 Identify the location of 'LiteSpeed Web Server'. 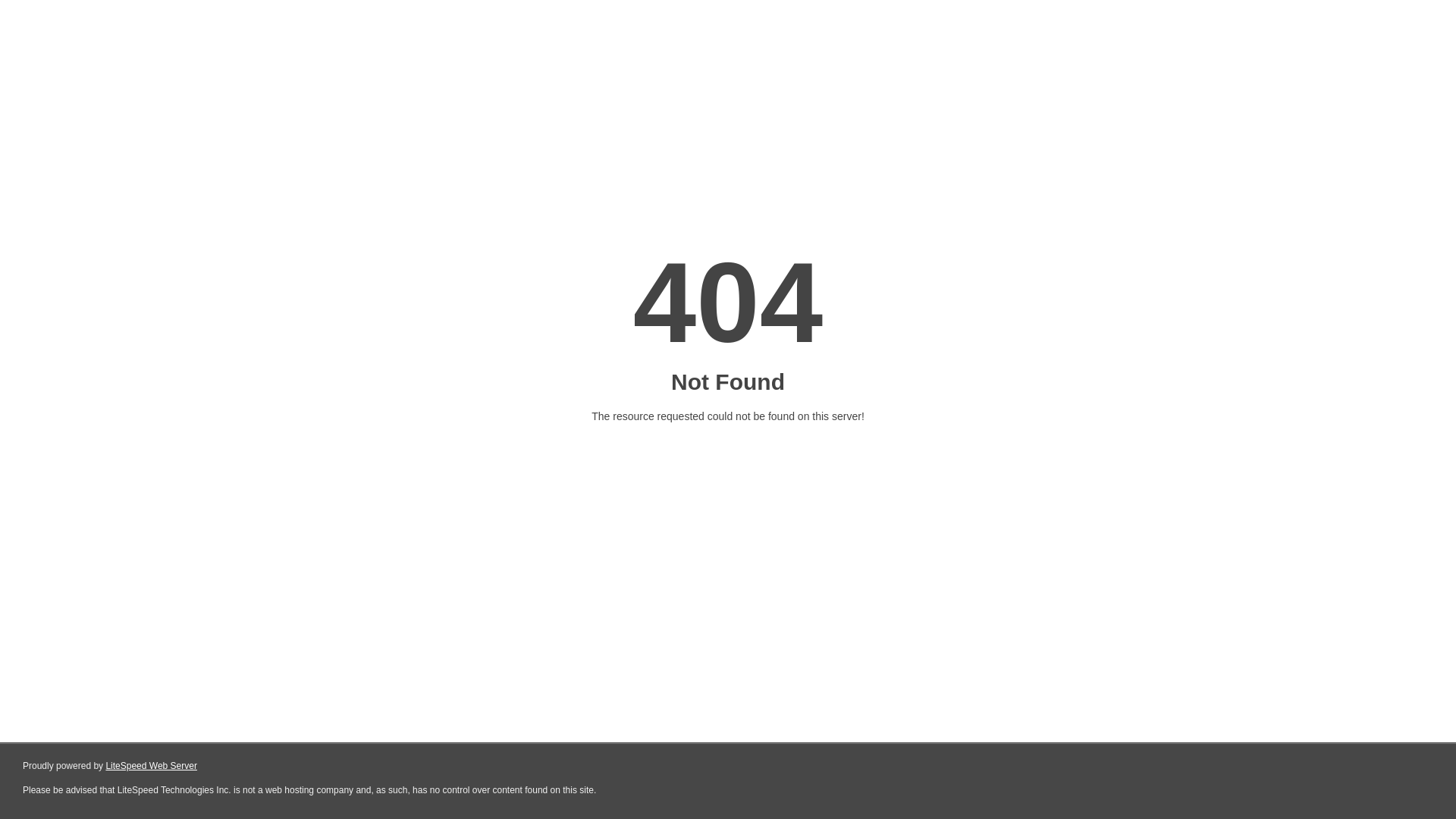
(151, 766).